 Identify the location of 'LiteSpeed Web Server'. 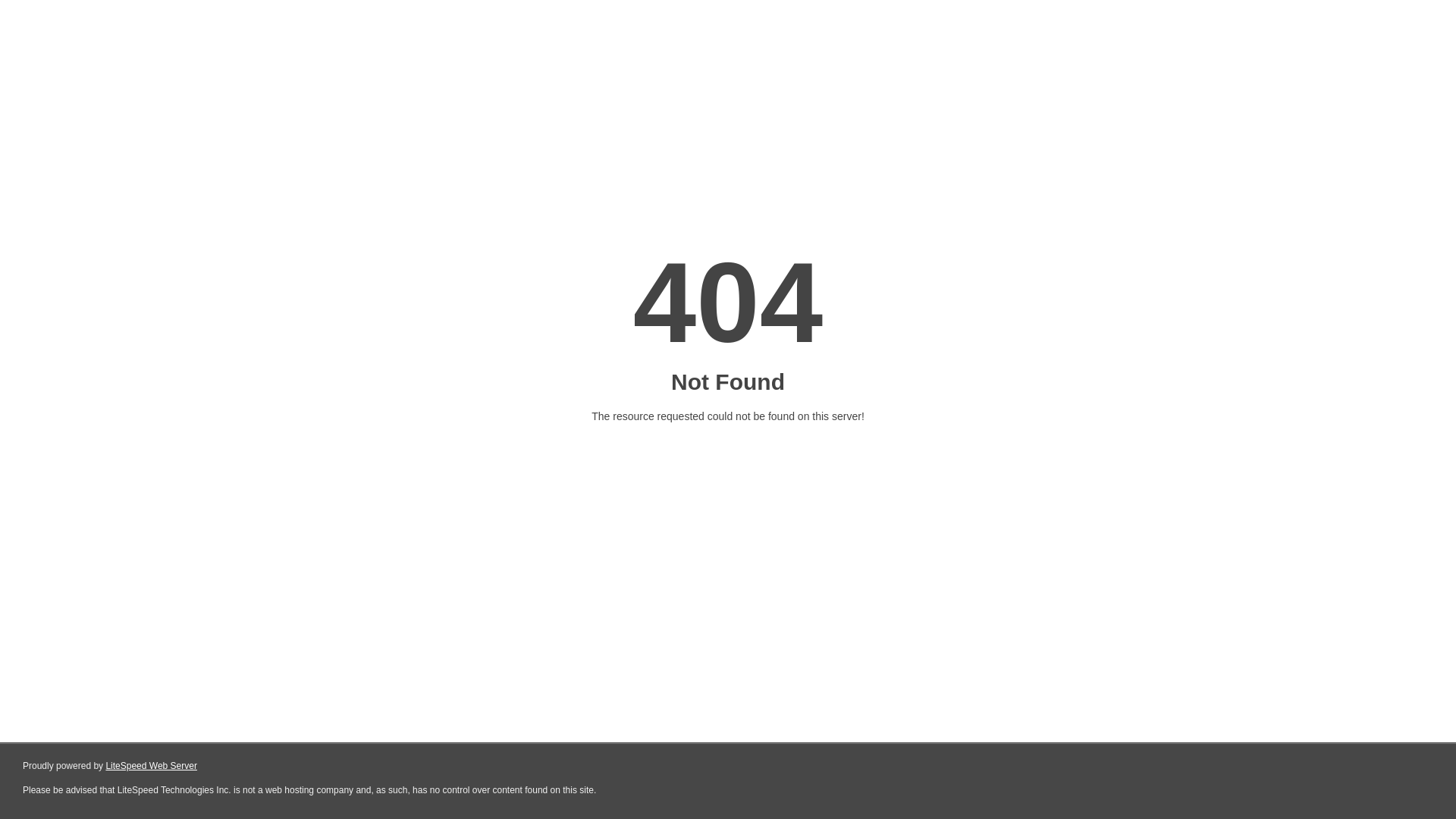
(151, 766).